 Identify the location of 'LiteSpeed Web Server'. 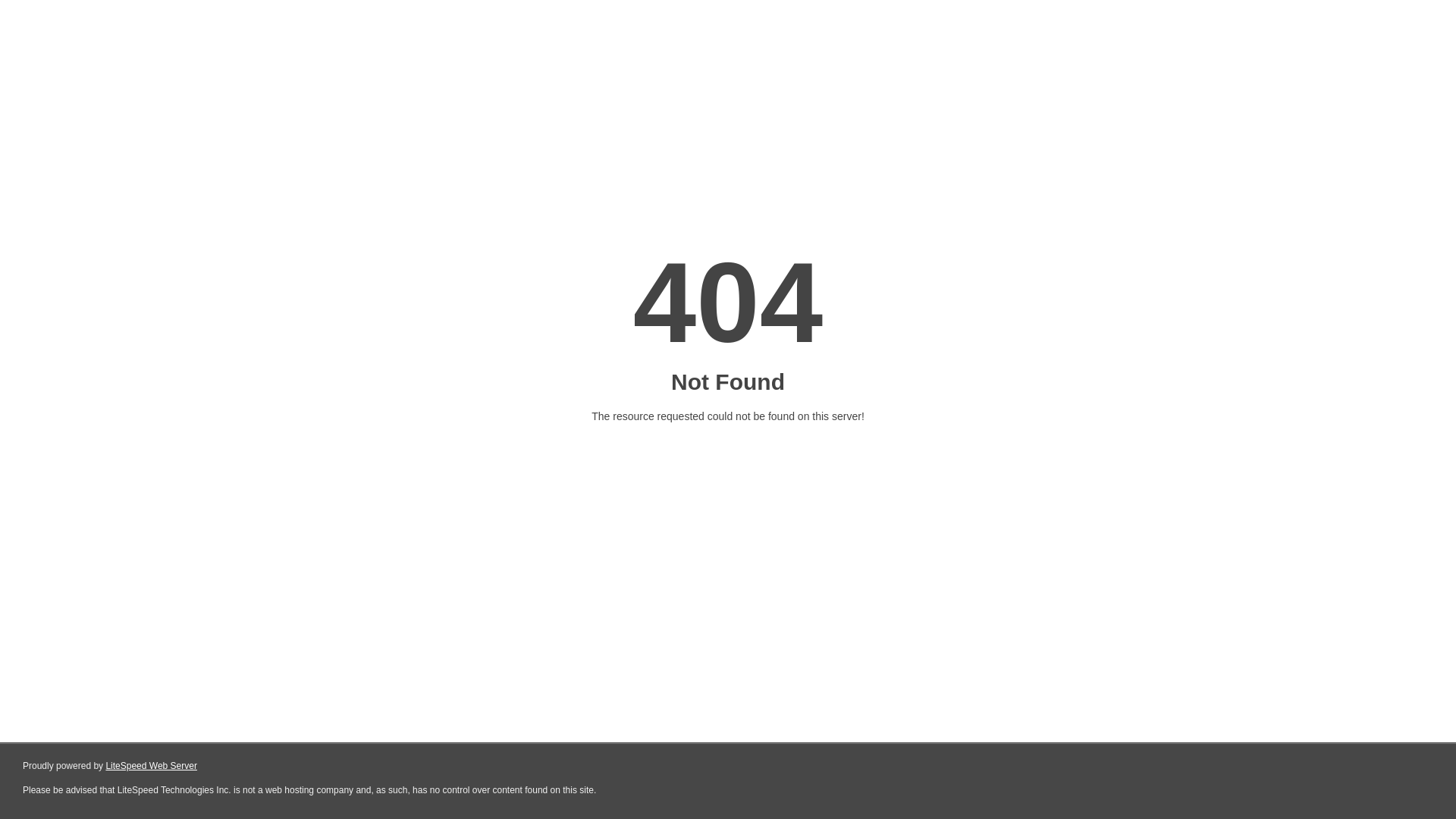
(151, 766).